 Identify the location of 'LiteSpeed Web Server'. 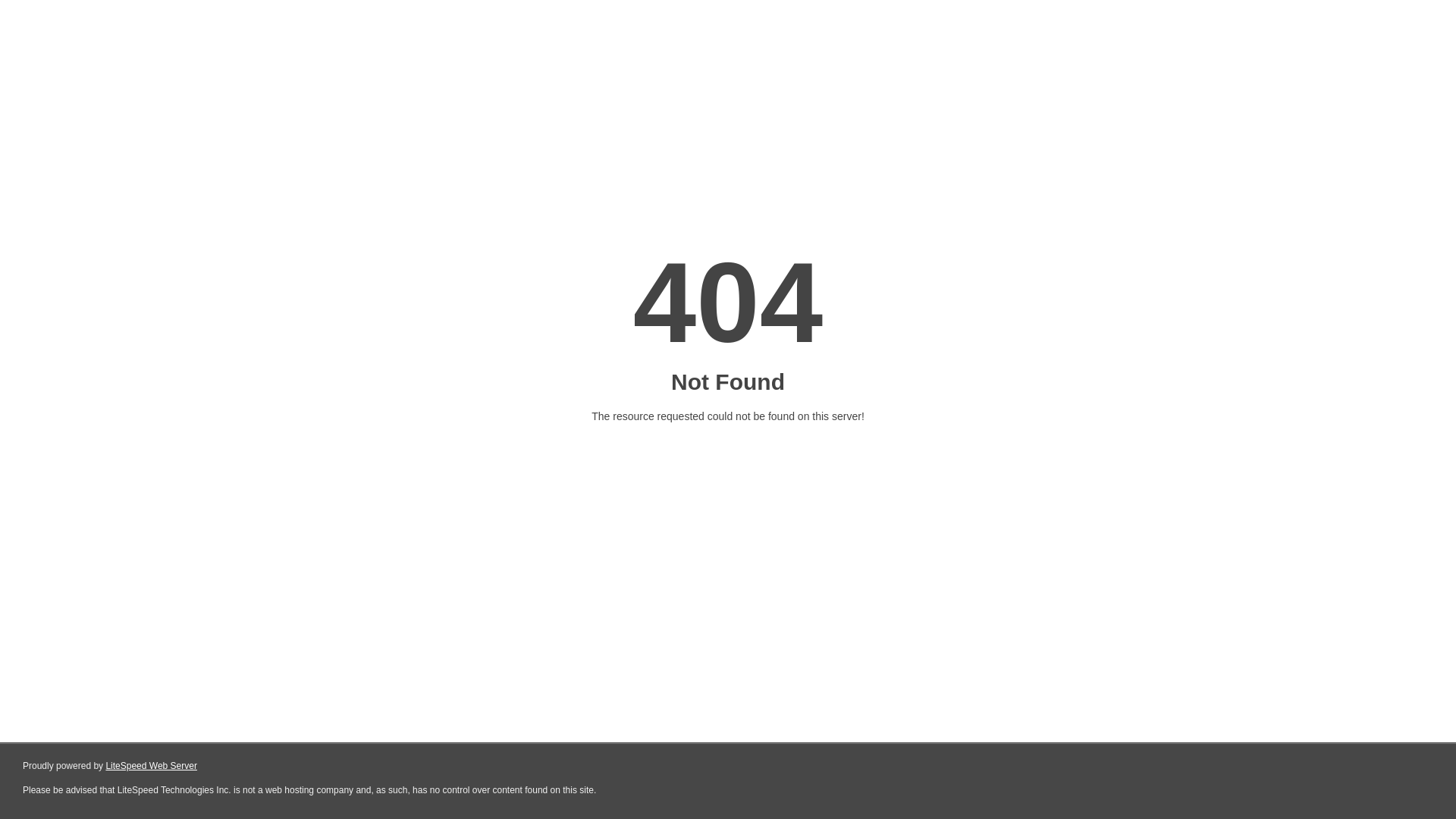
(151, 766).